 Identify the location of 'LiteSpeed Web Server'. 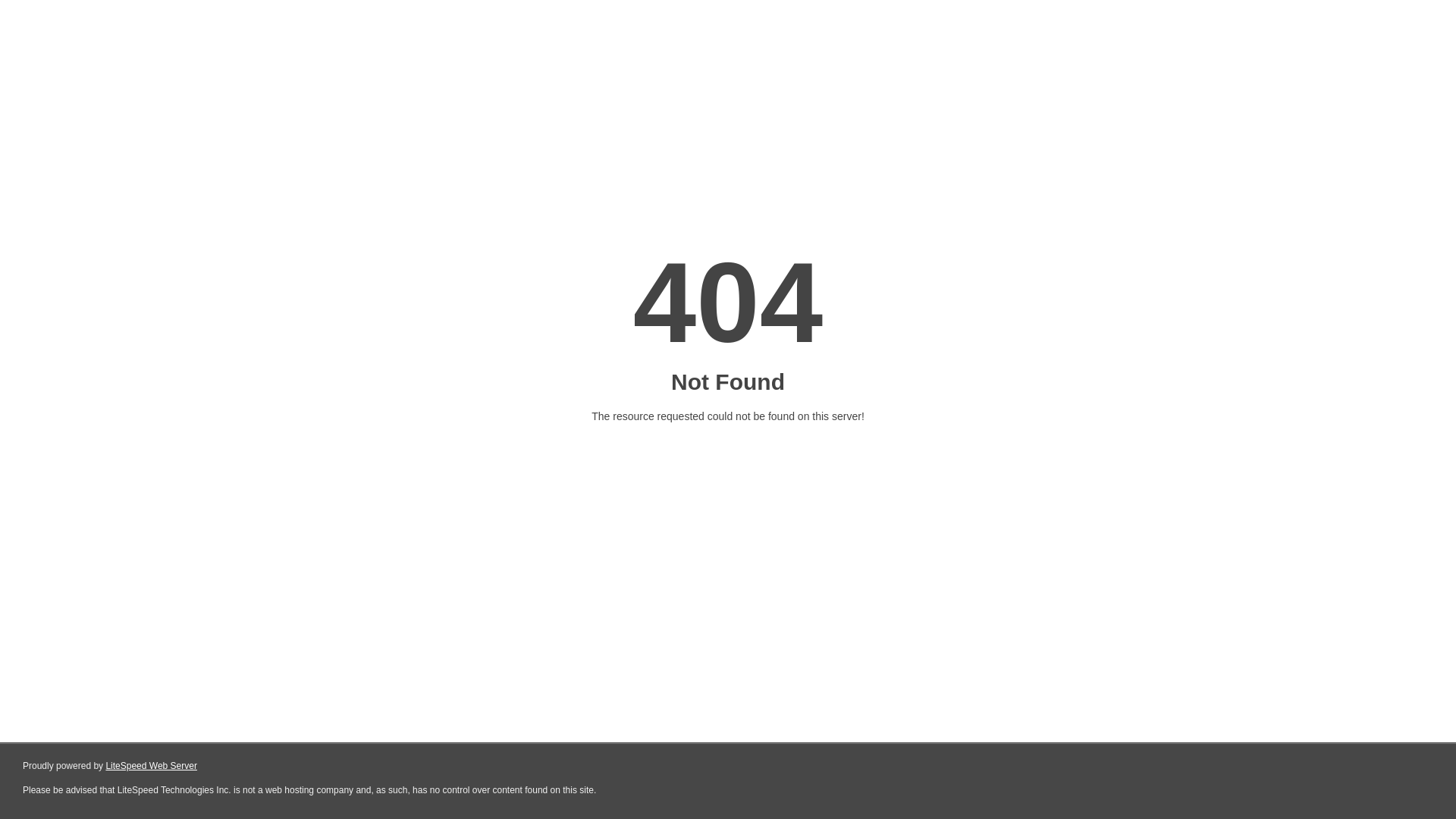
(151, 766).